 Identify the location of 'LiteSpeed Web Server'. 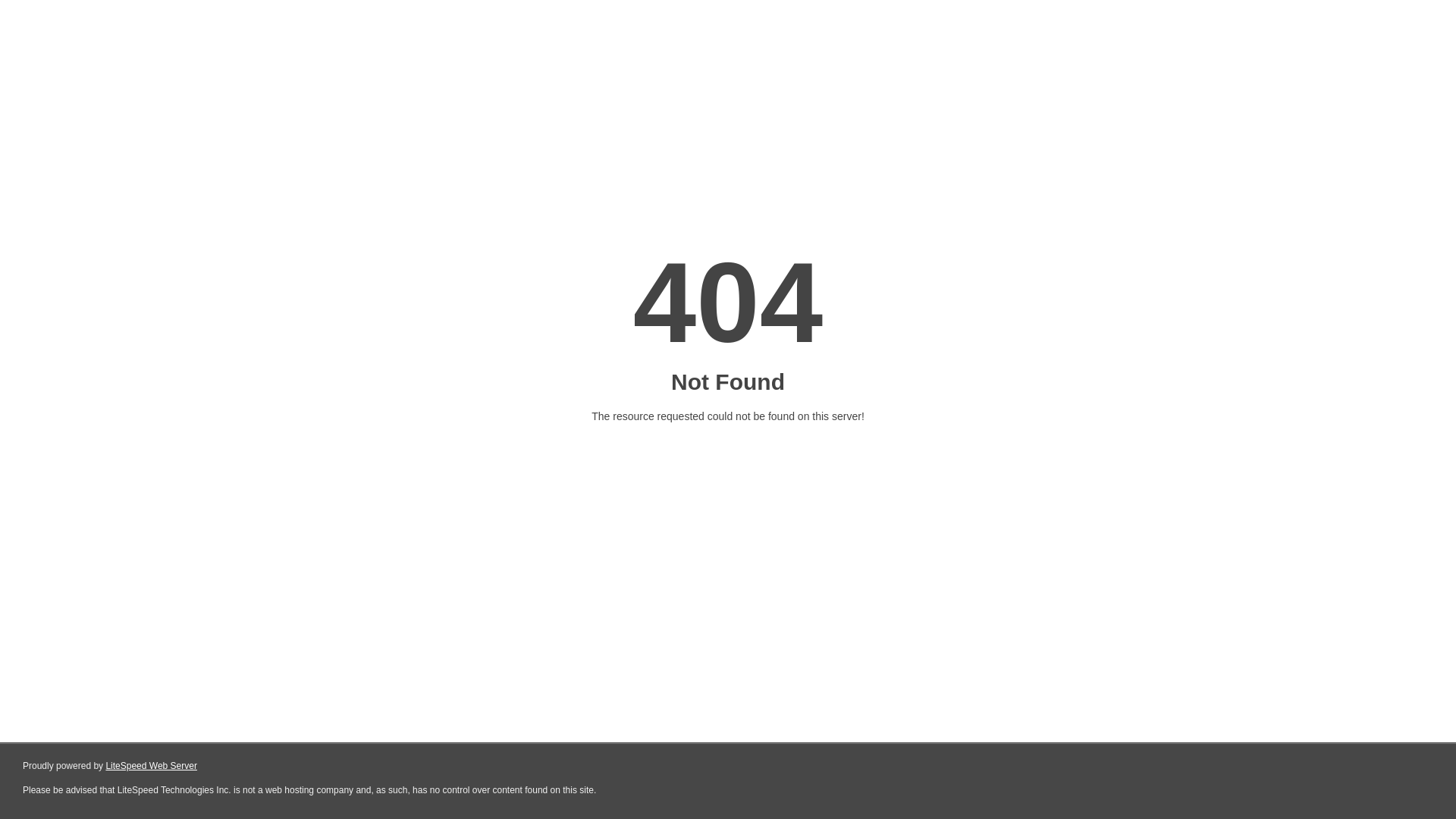
(151, 766).